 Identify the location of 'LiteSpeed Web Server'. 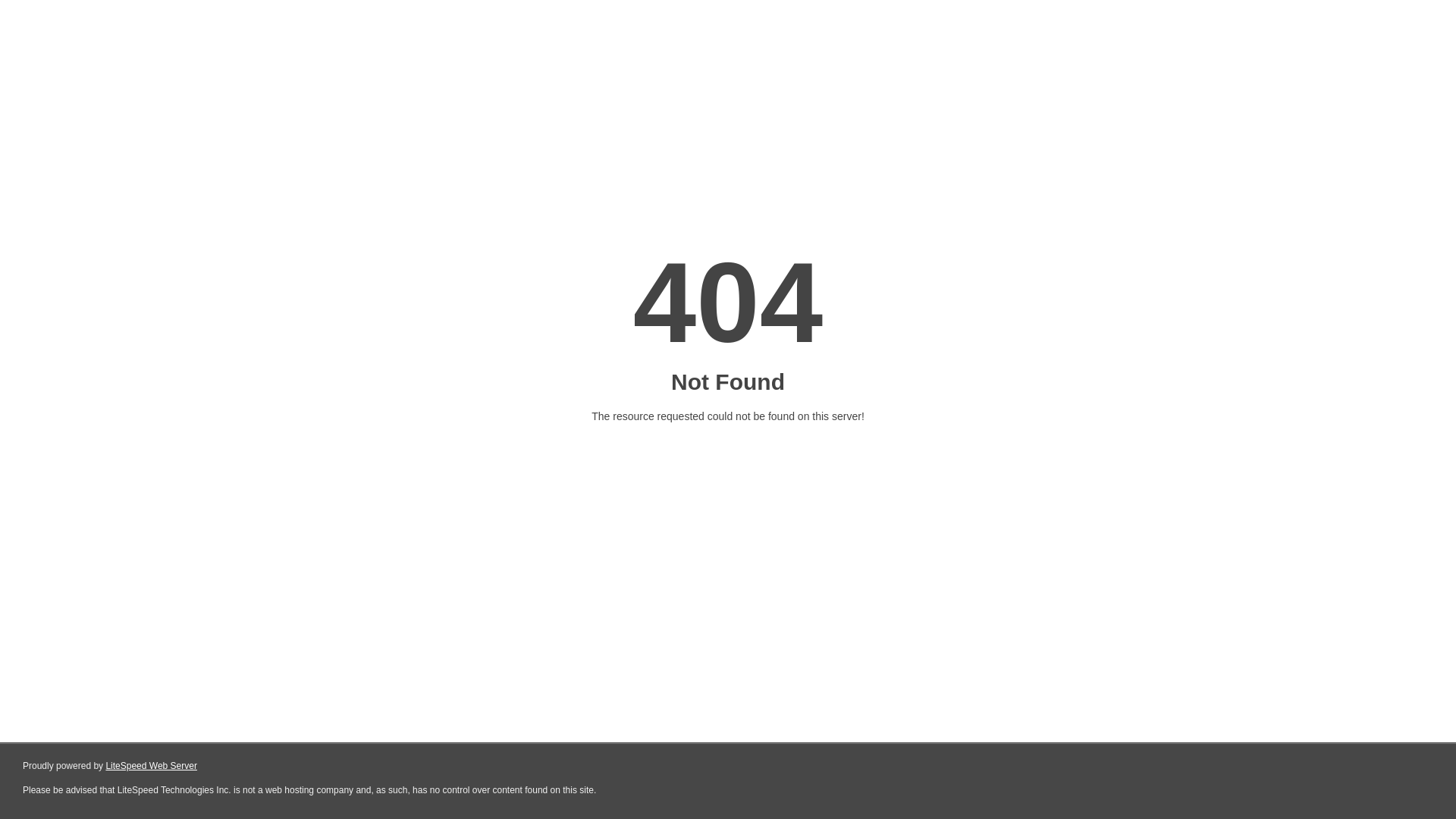
(151, 766).